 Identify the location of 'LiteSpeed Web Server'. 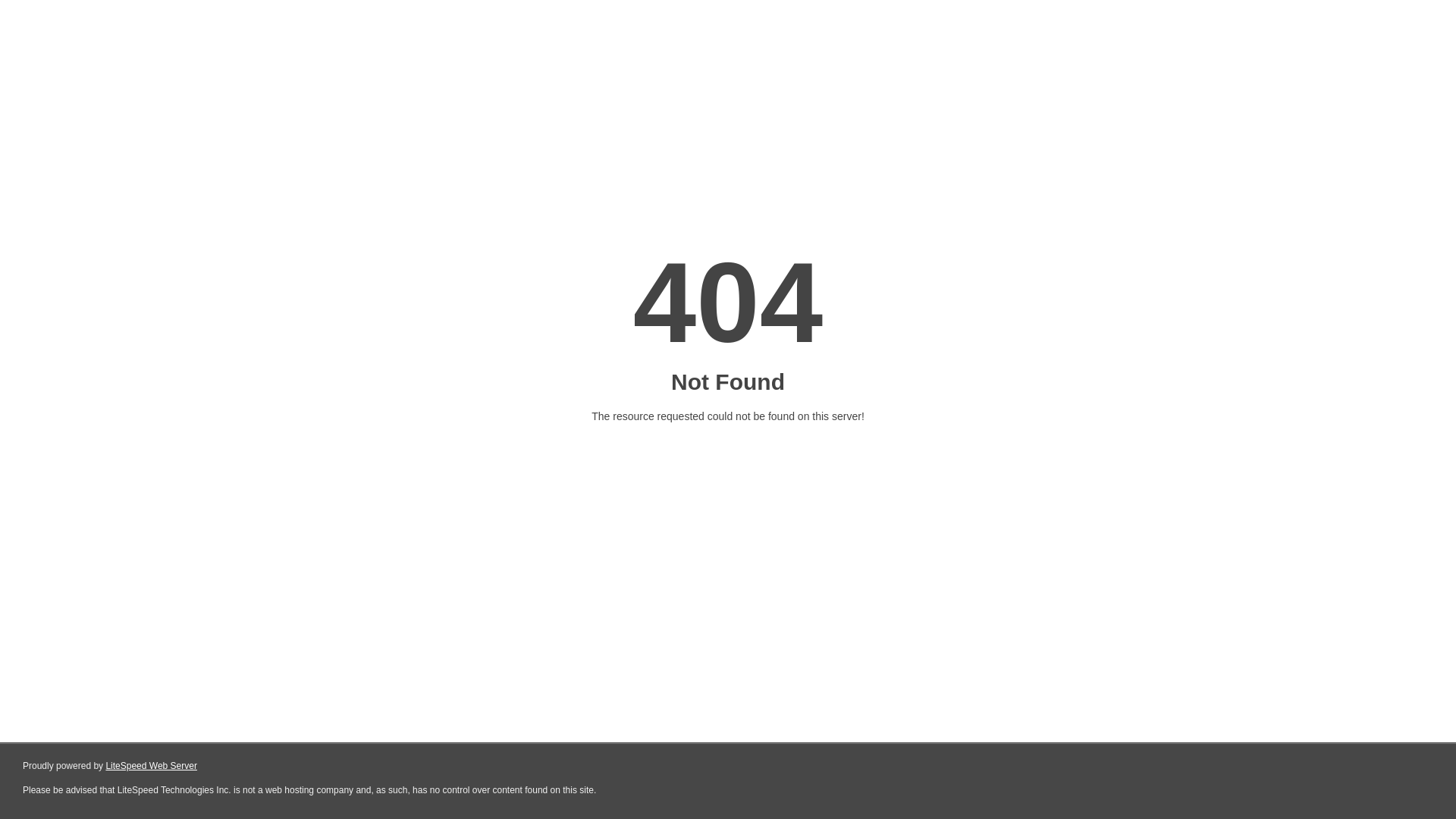
(151, 766).